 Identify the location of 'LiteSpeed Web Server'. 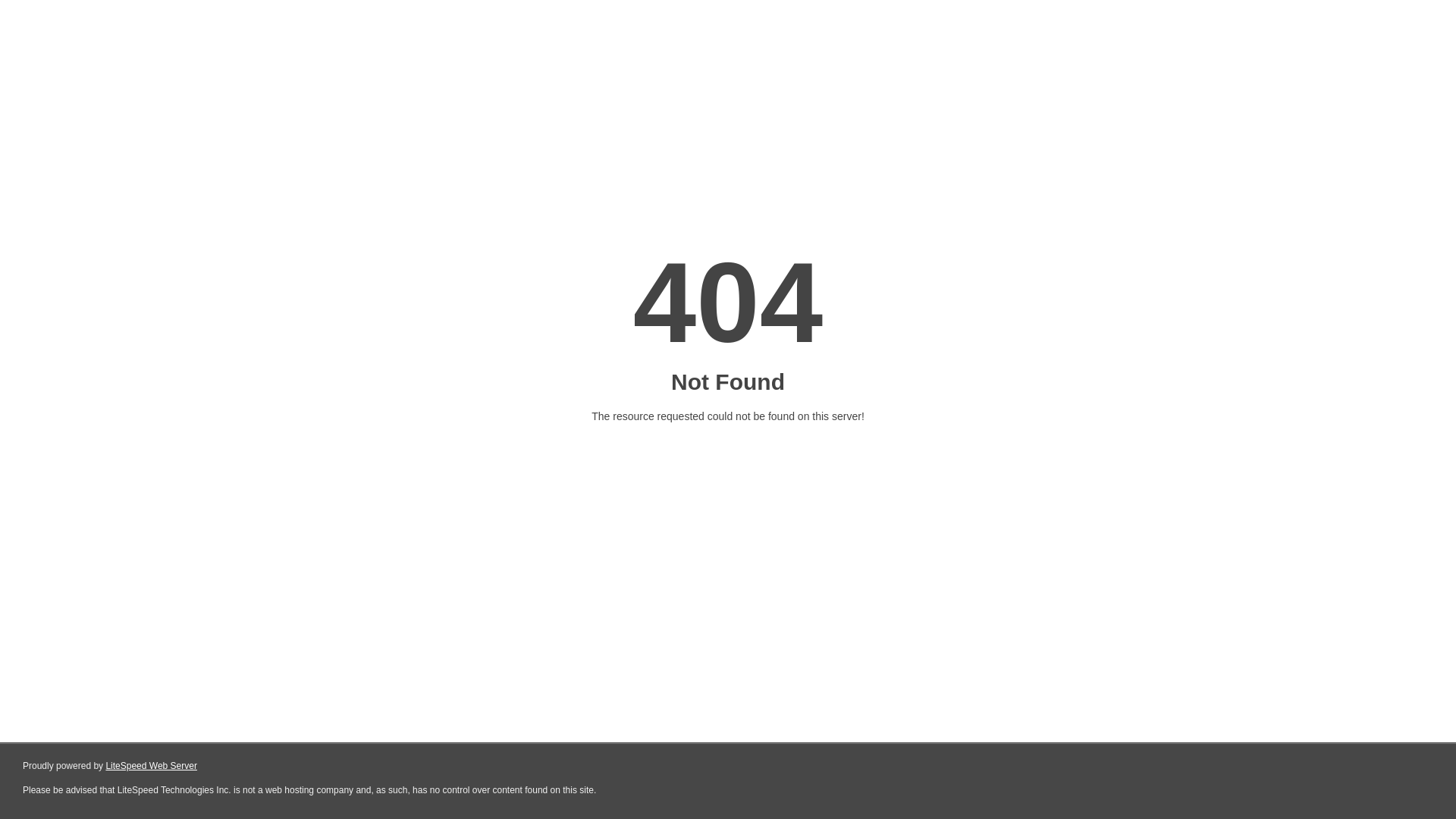
(151, 766).